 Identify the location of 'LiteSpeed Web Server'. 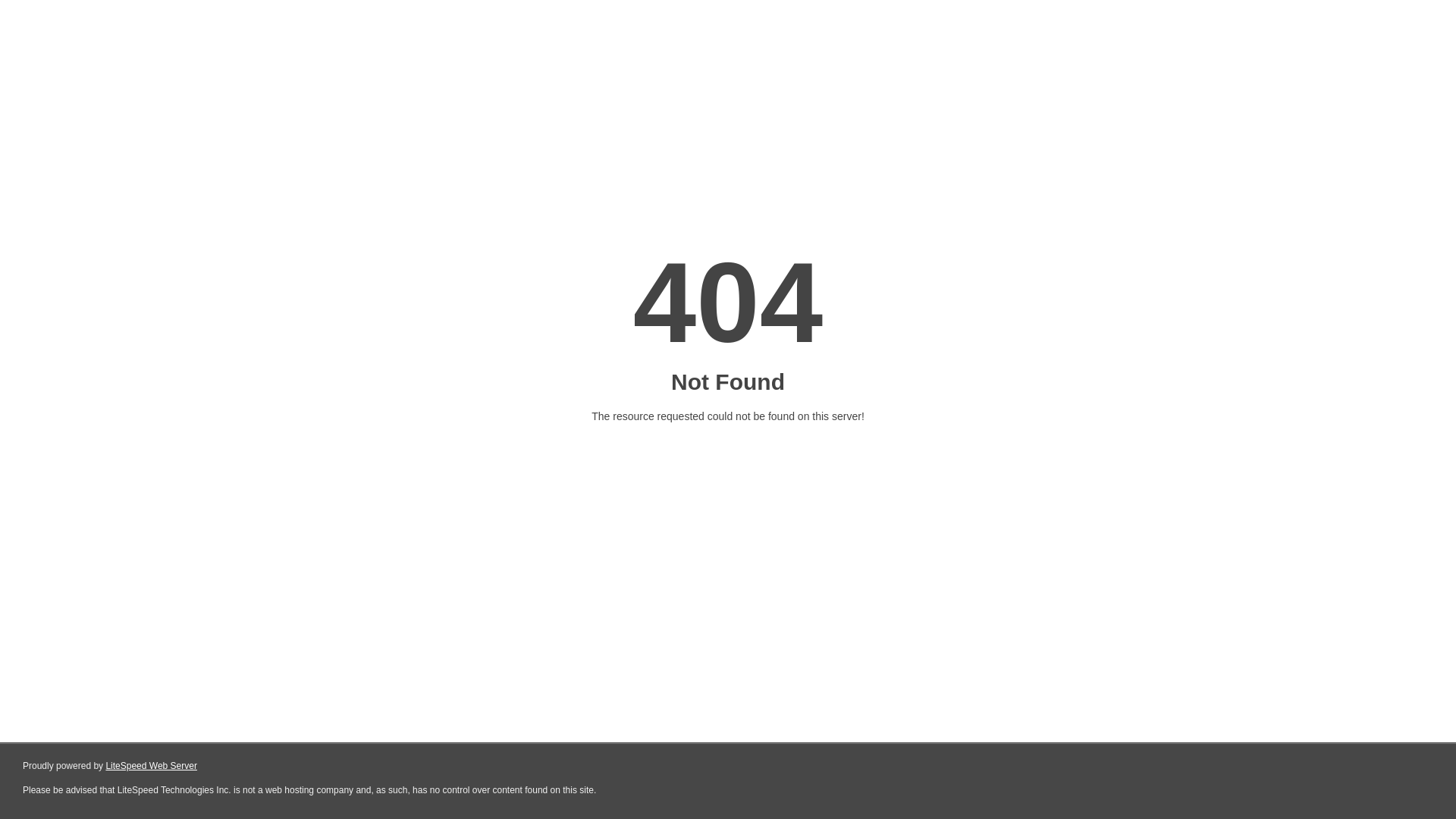
(151, 766).